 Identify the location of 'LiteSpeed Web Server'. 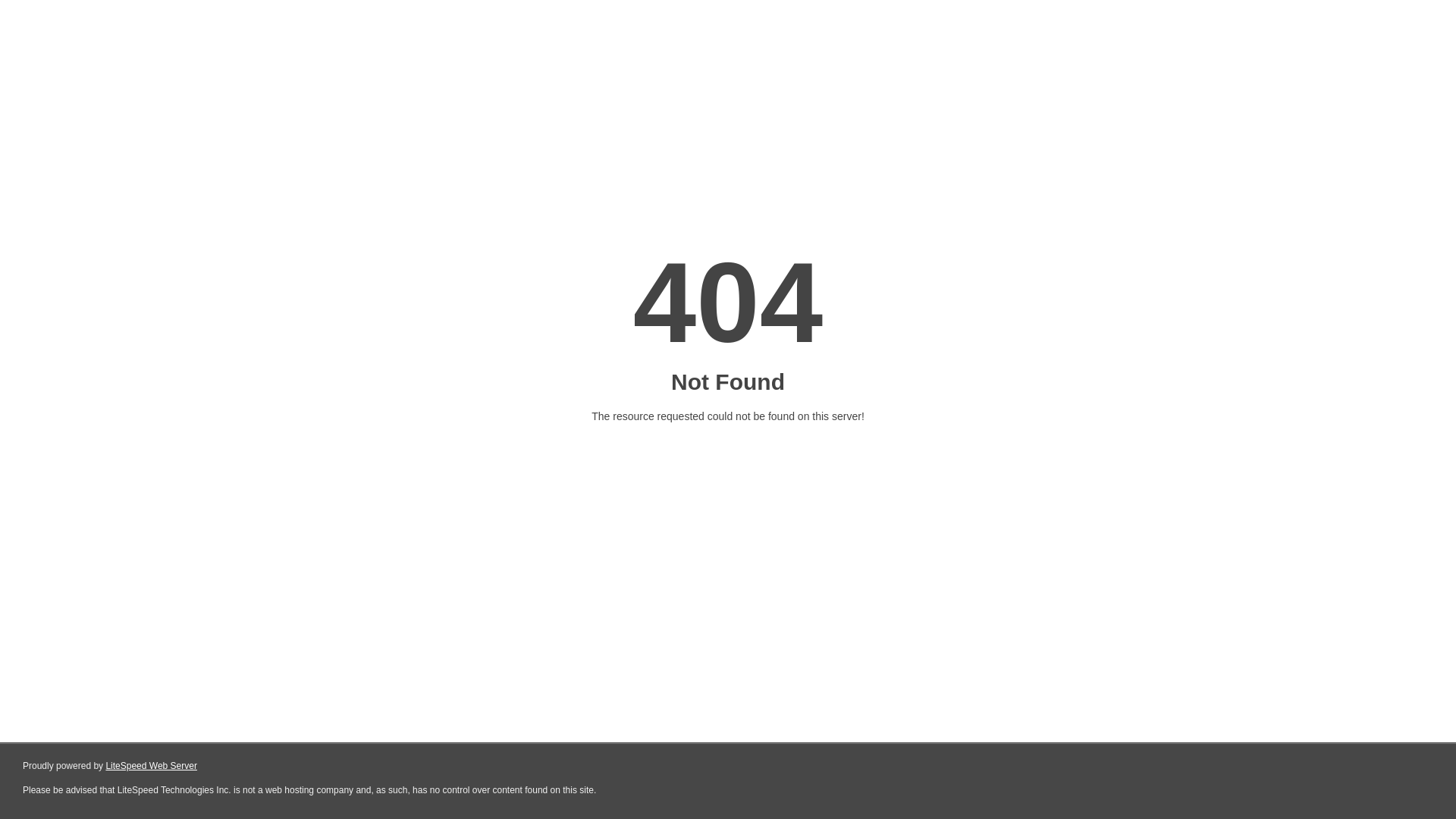
(151, 766).